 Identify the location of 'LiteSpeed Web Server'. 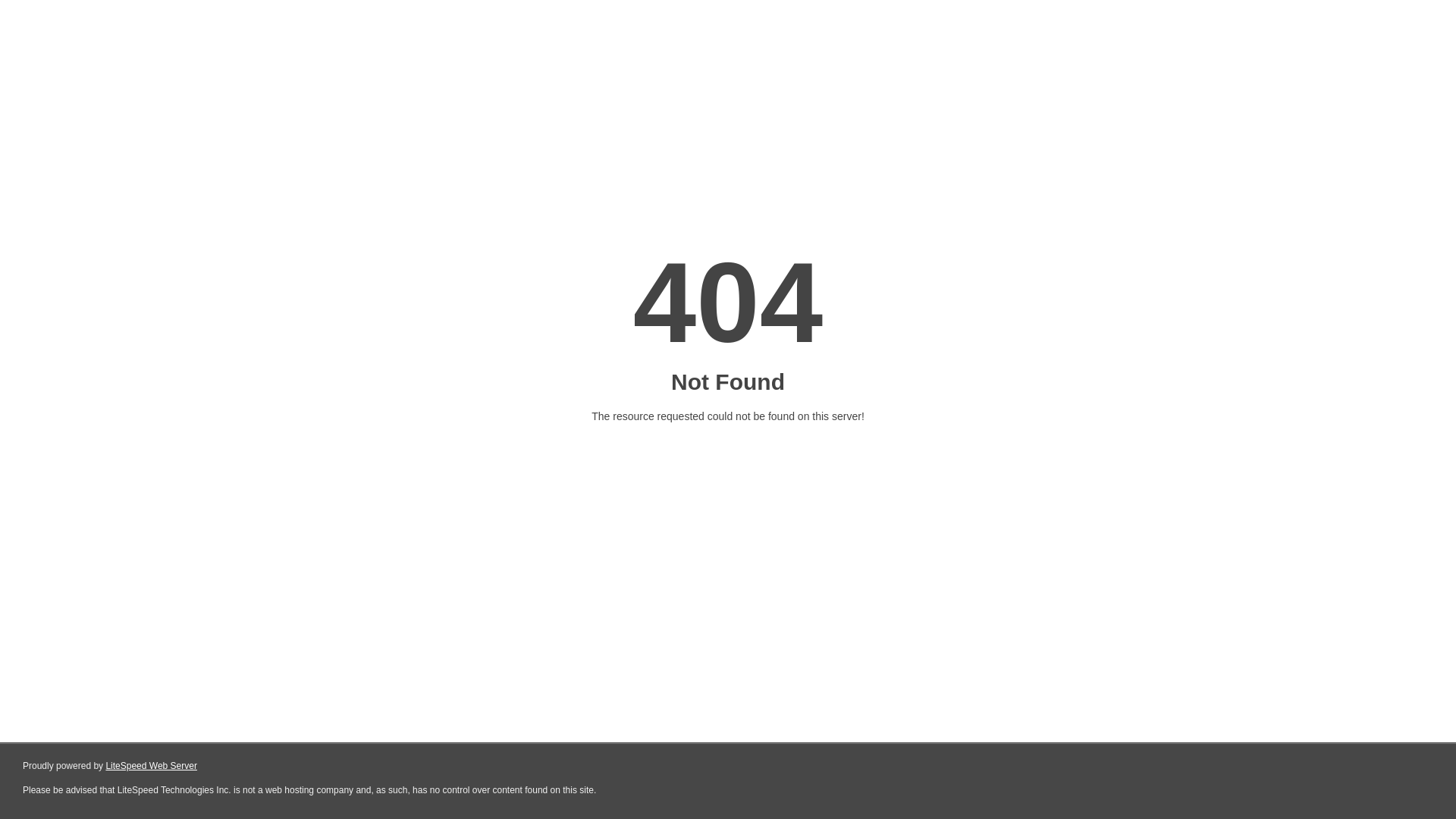
(151, 766).